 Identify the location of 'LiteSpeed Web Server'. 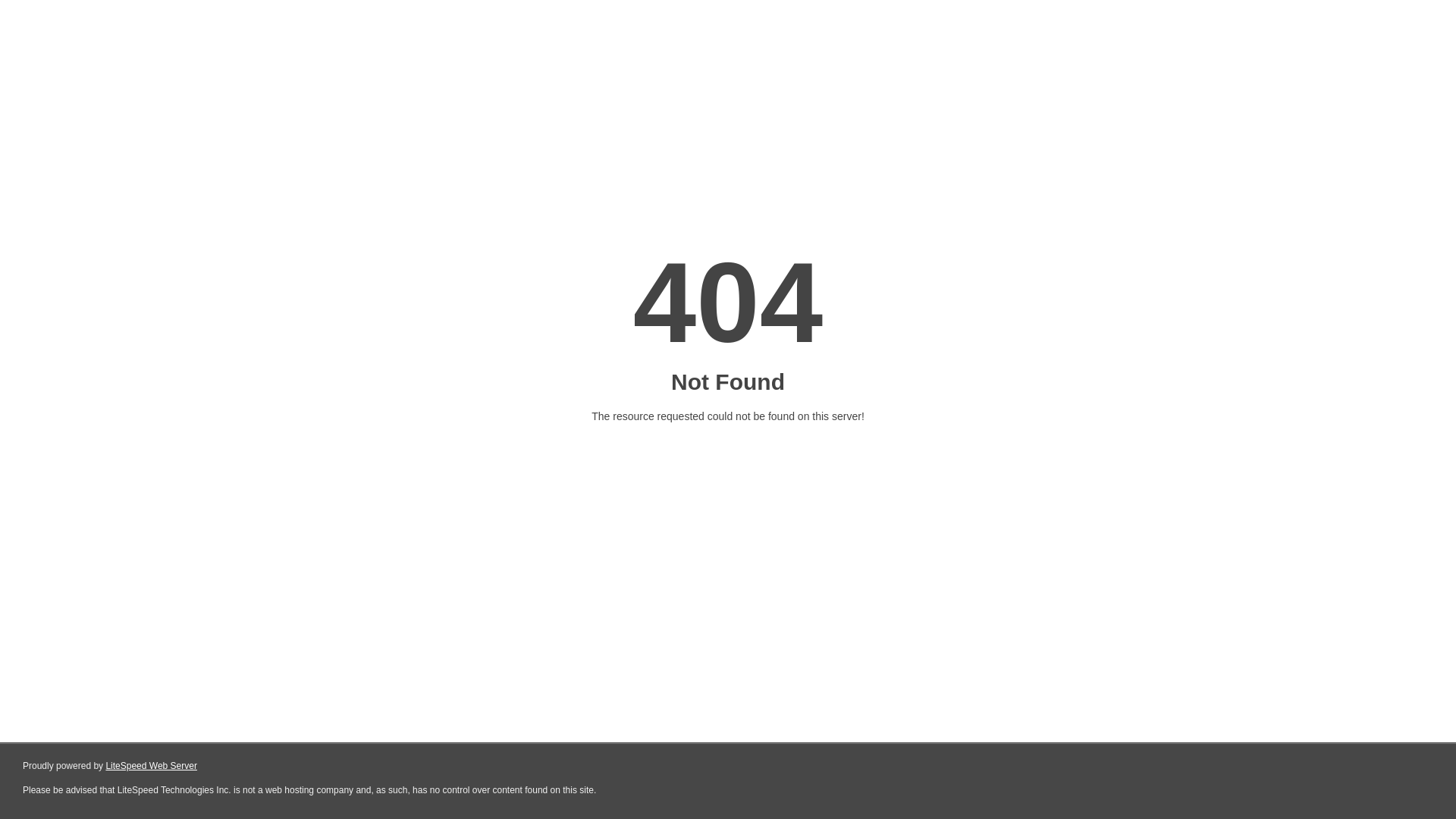
(151, 766).